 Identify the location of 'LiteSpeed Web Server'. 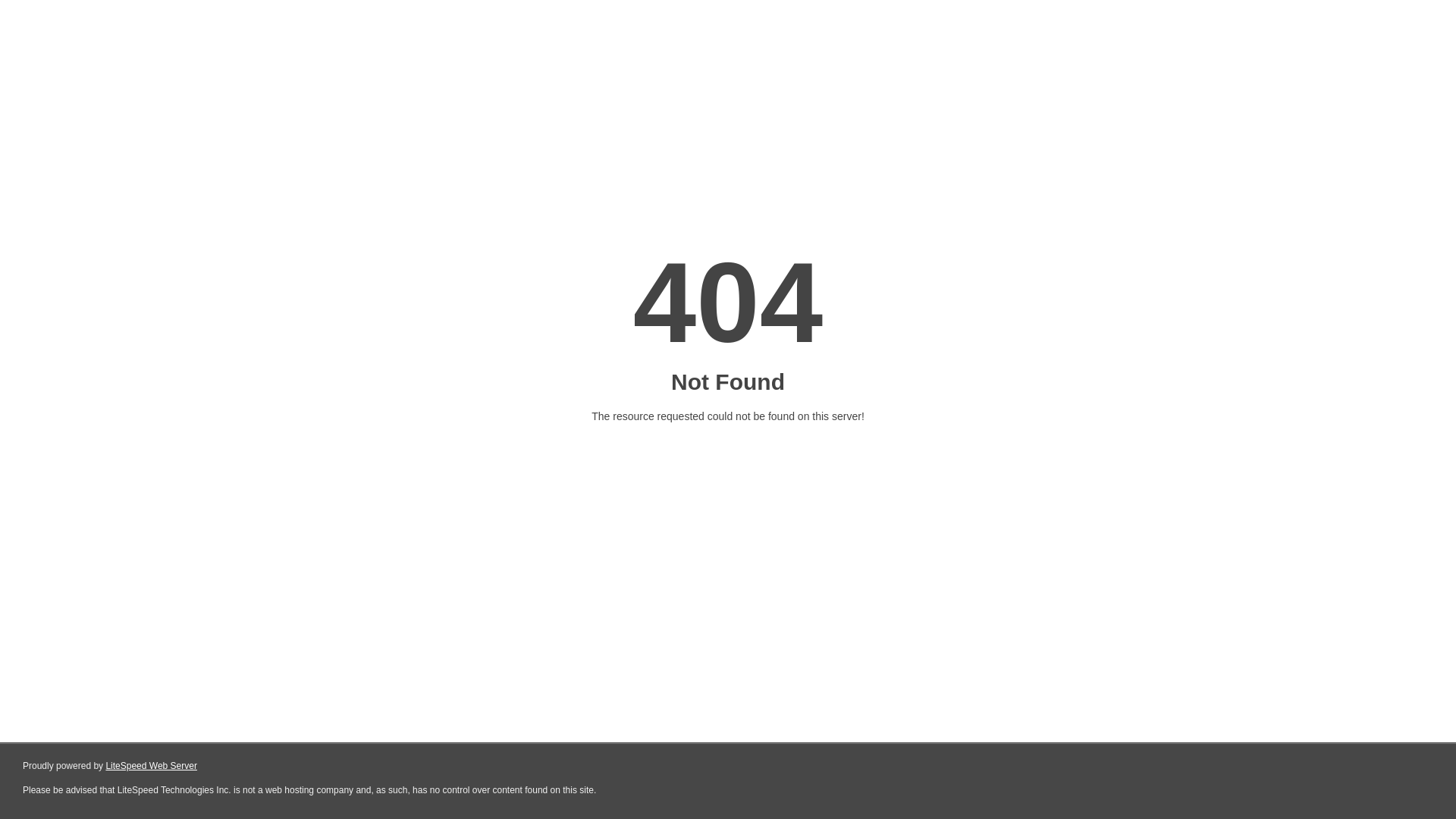
(151, 766).